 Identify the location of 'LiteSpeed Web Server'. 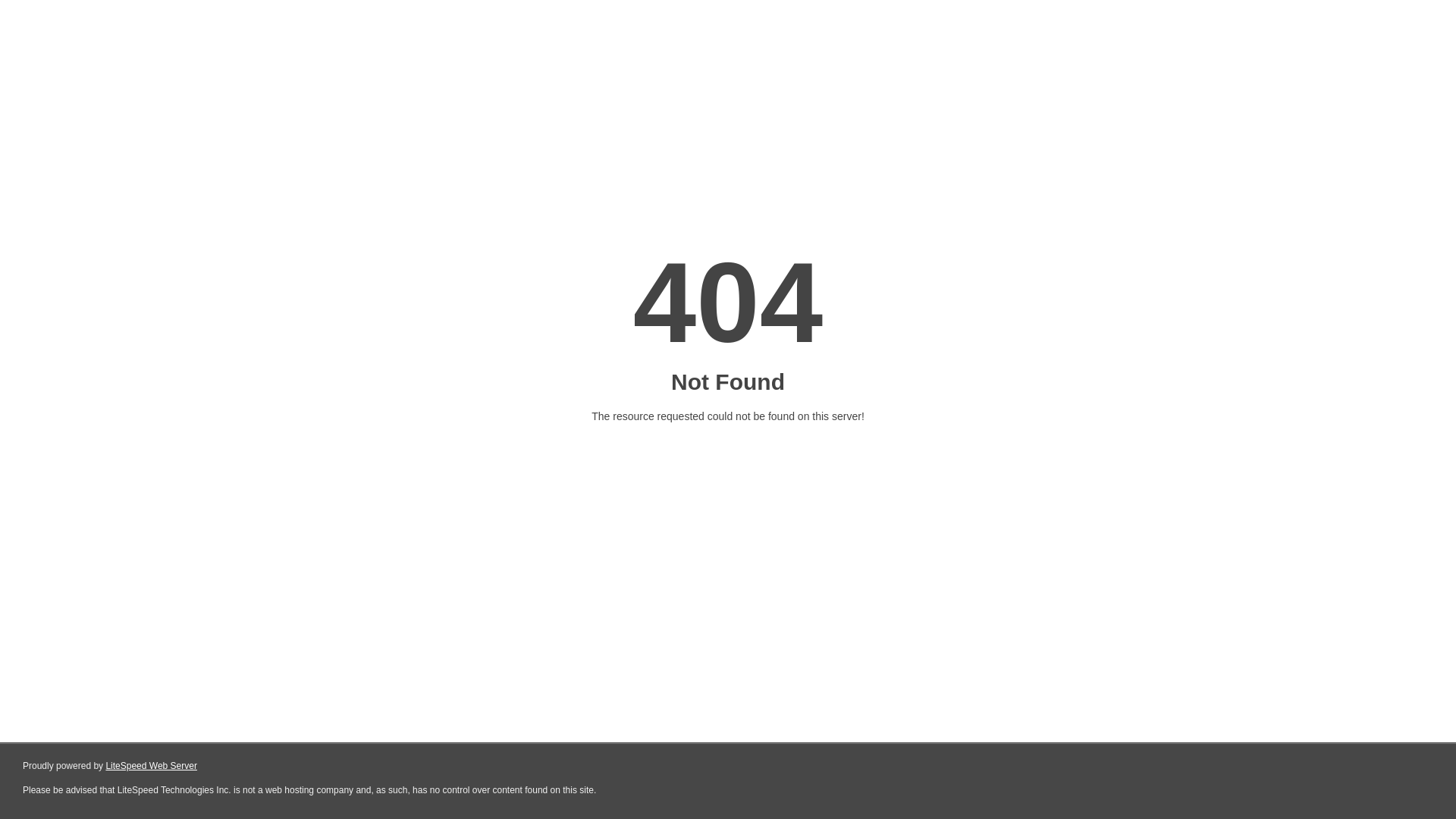
(151, 766).